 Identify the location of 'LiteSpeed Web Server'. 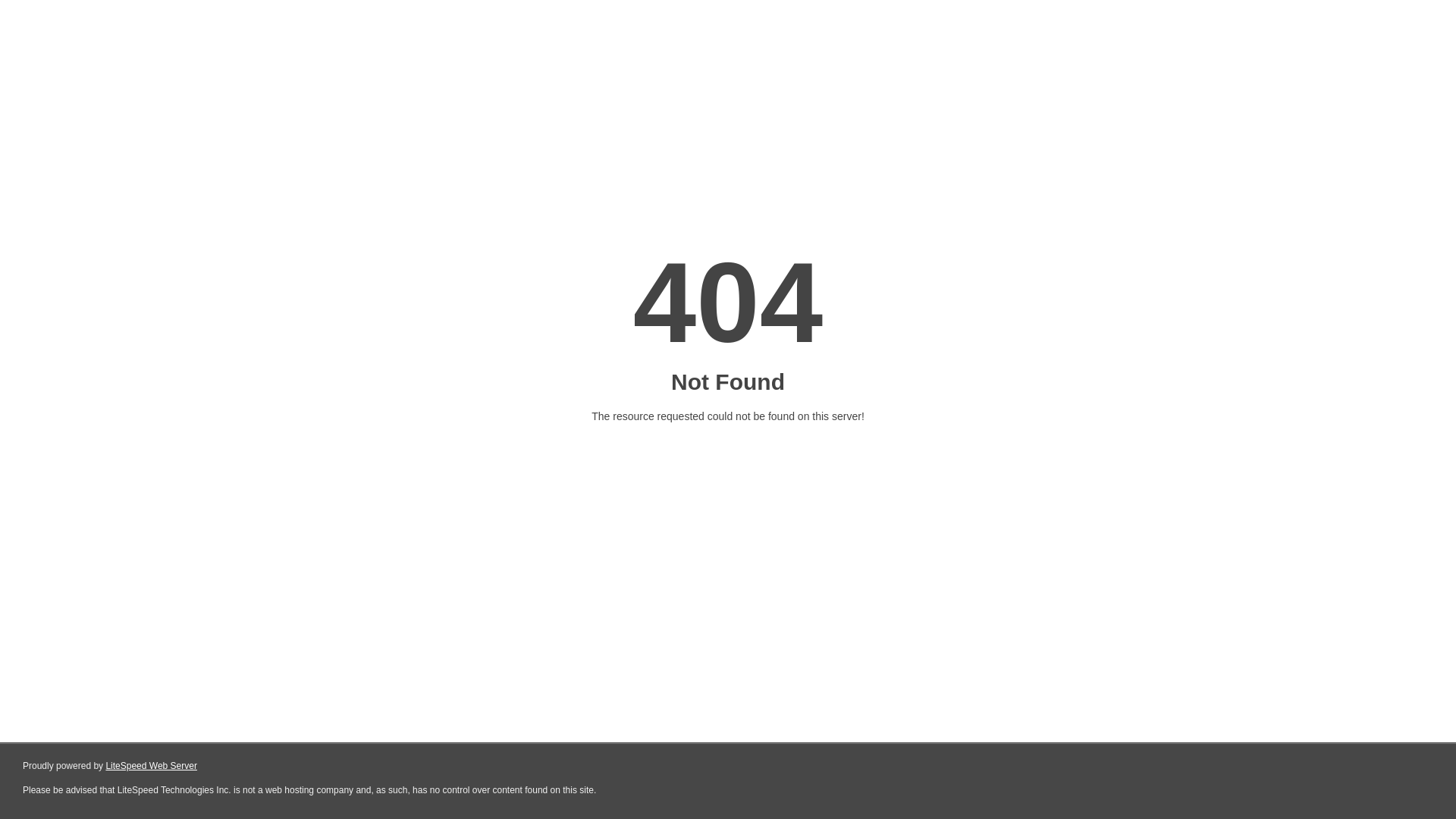
(151, 766).